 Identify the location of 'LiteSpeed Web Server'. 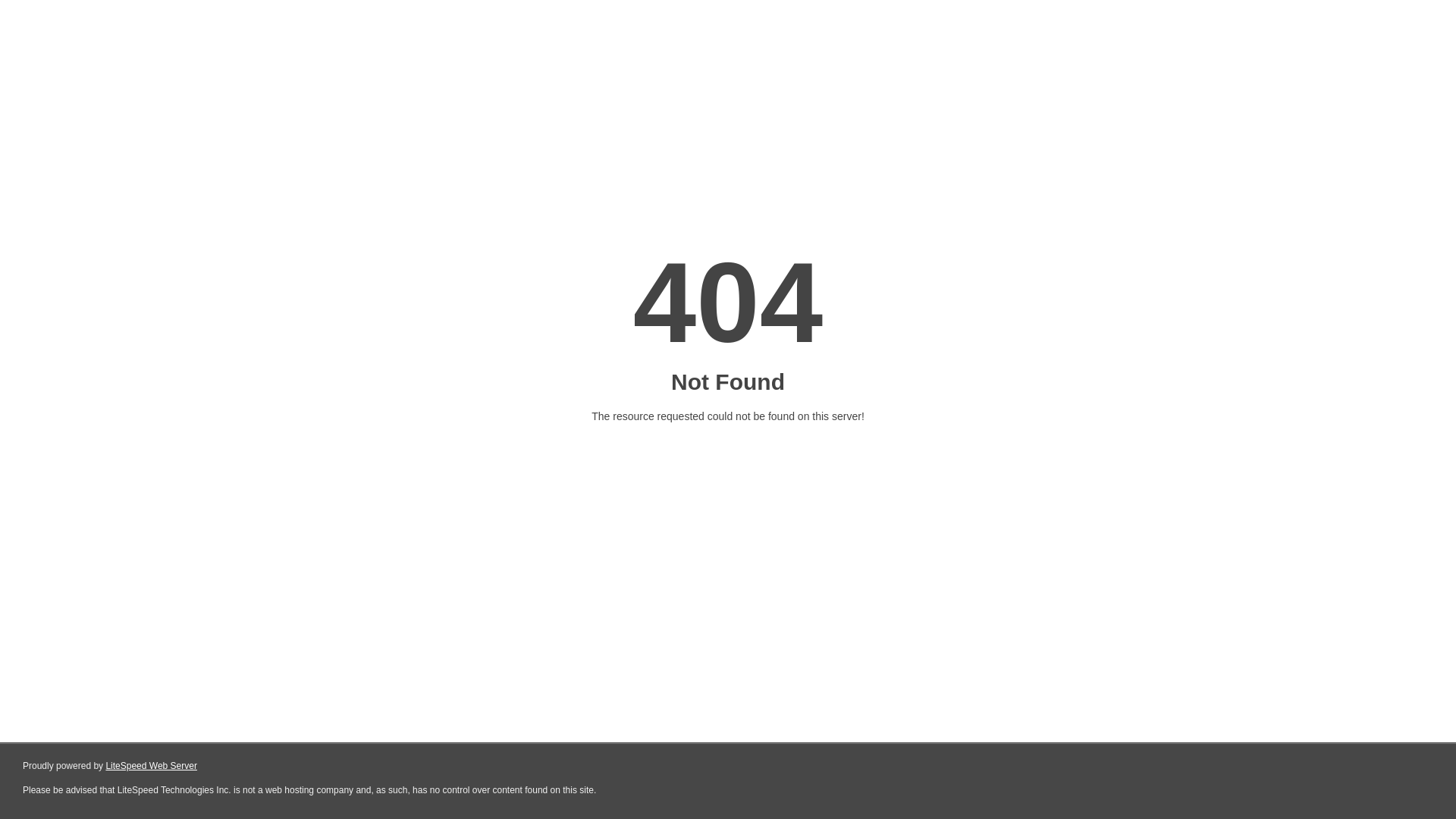
(151, 766).